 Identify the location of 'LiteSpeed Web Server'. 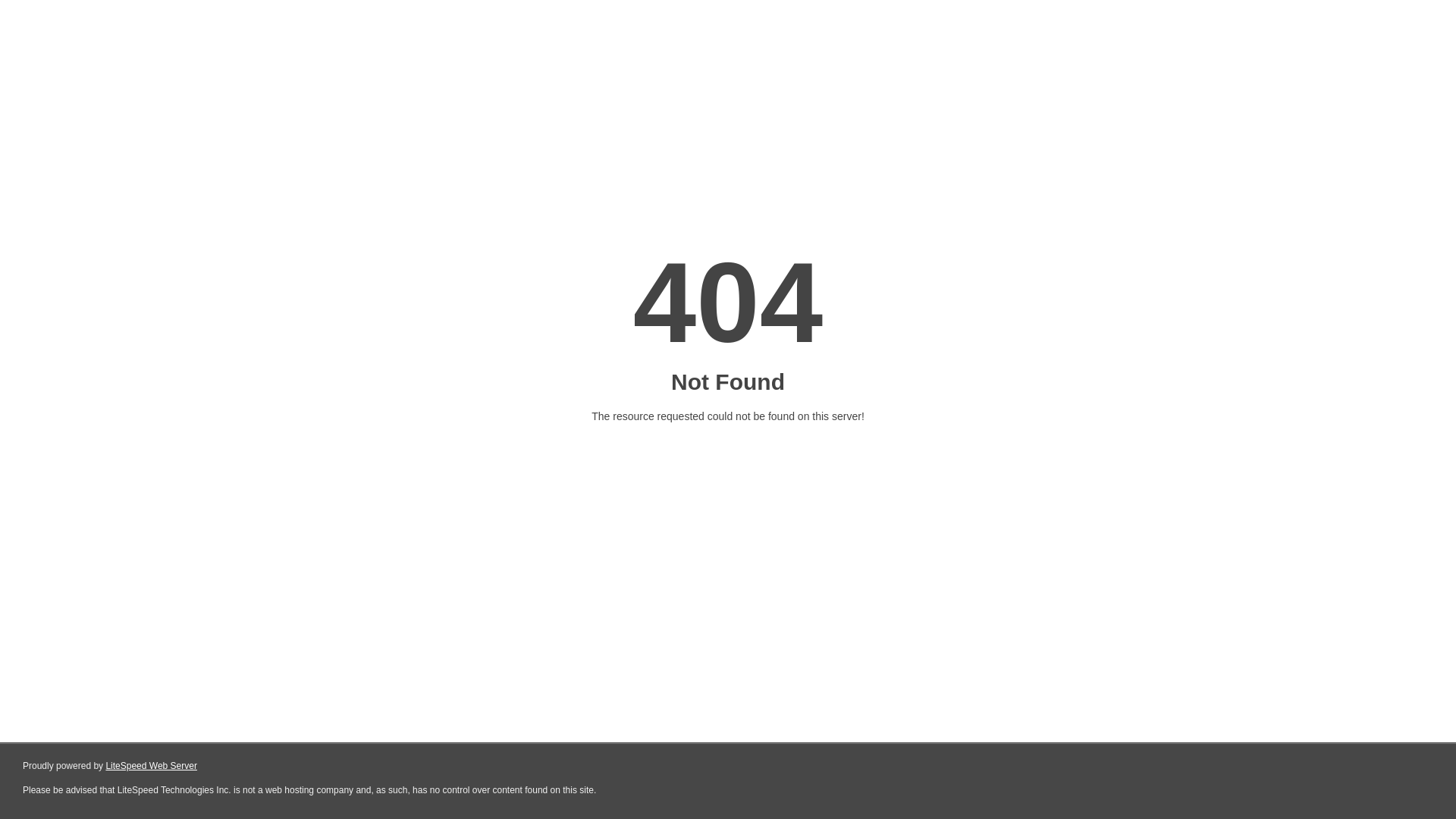
(151, 766).